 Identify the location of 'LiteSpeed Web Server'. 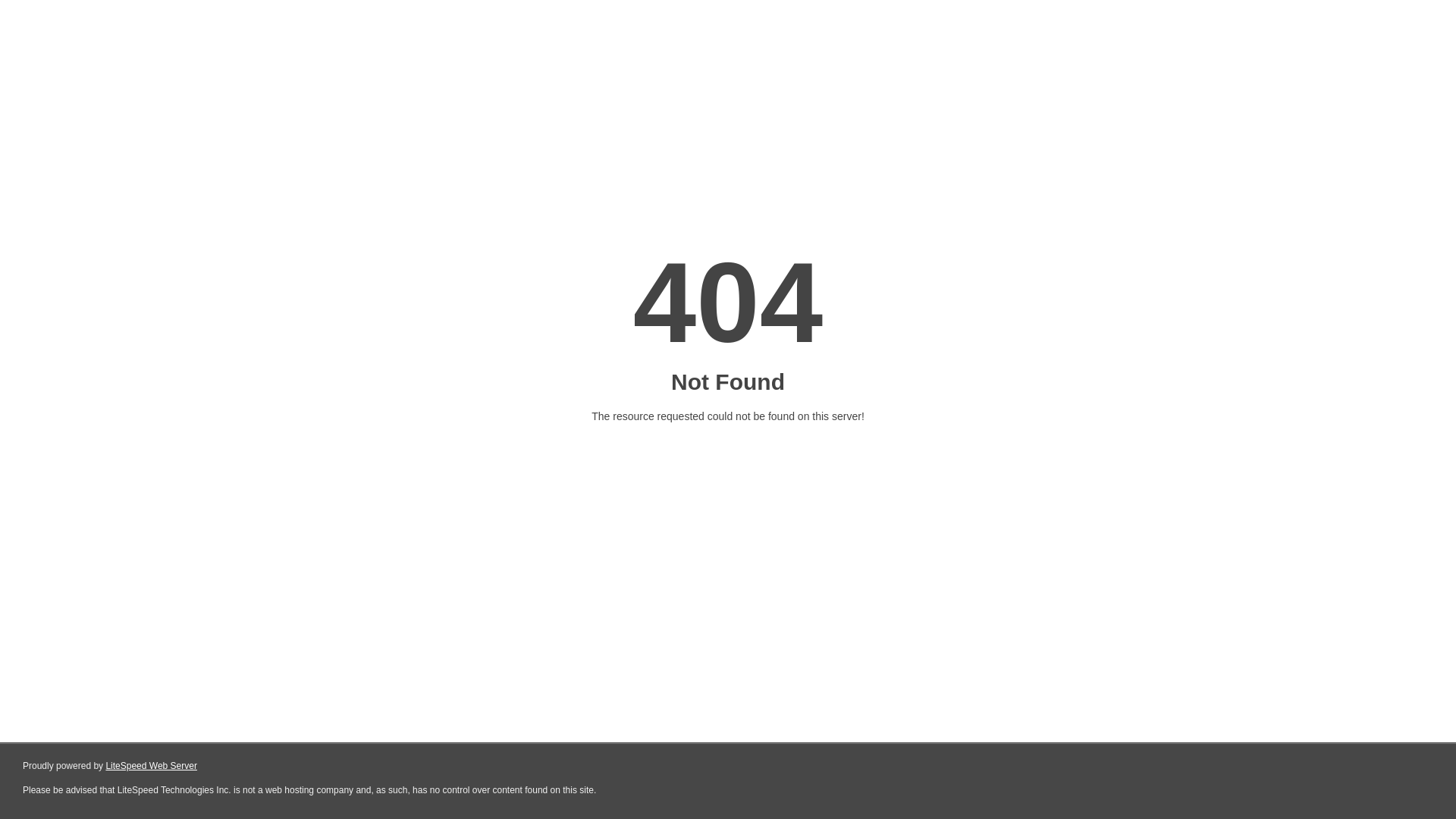
(151, 766).